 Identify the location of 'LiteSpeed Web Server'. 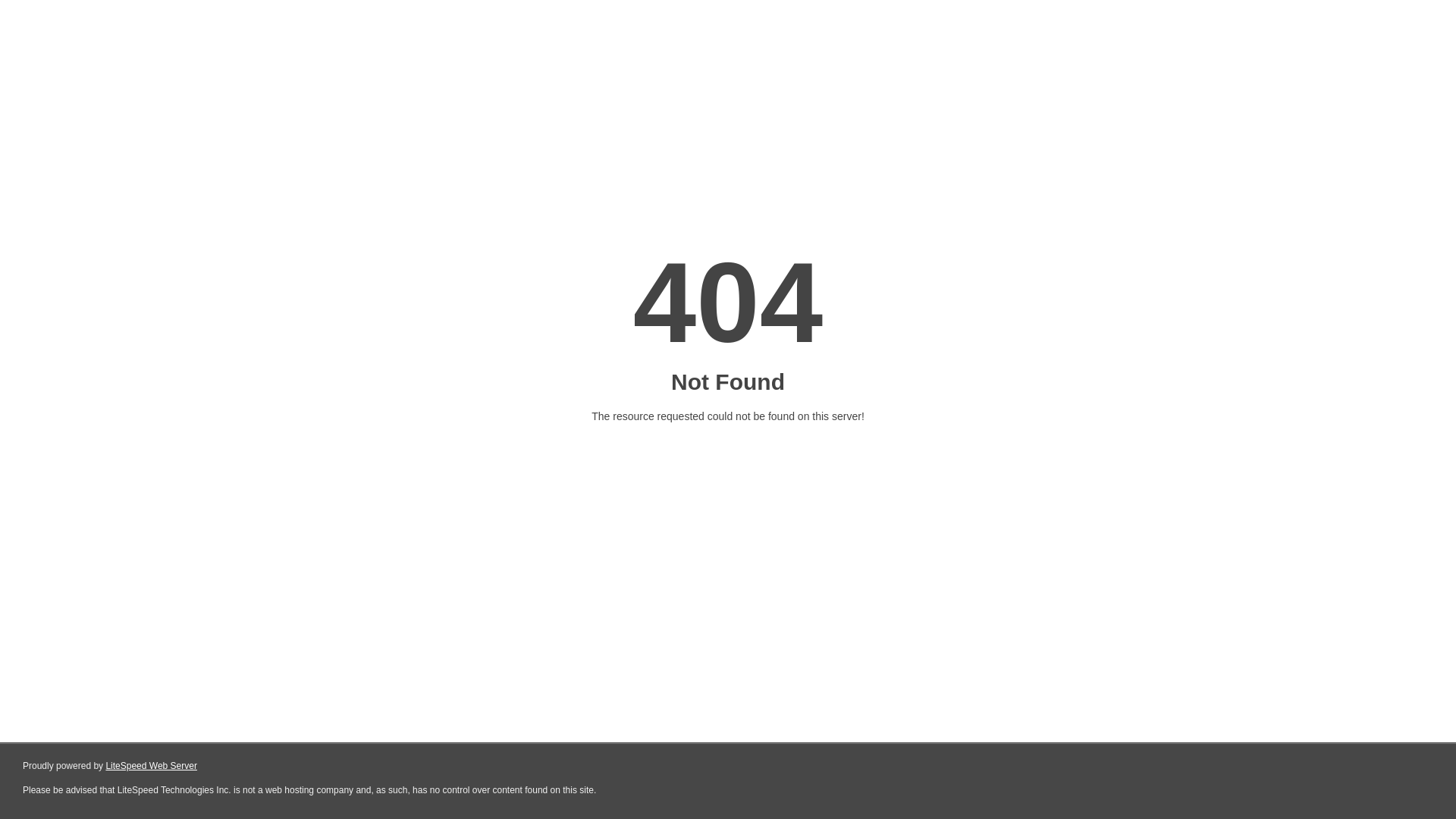
(151, 766).